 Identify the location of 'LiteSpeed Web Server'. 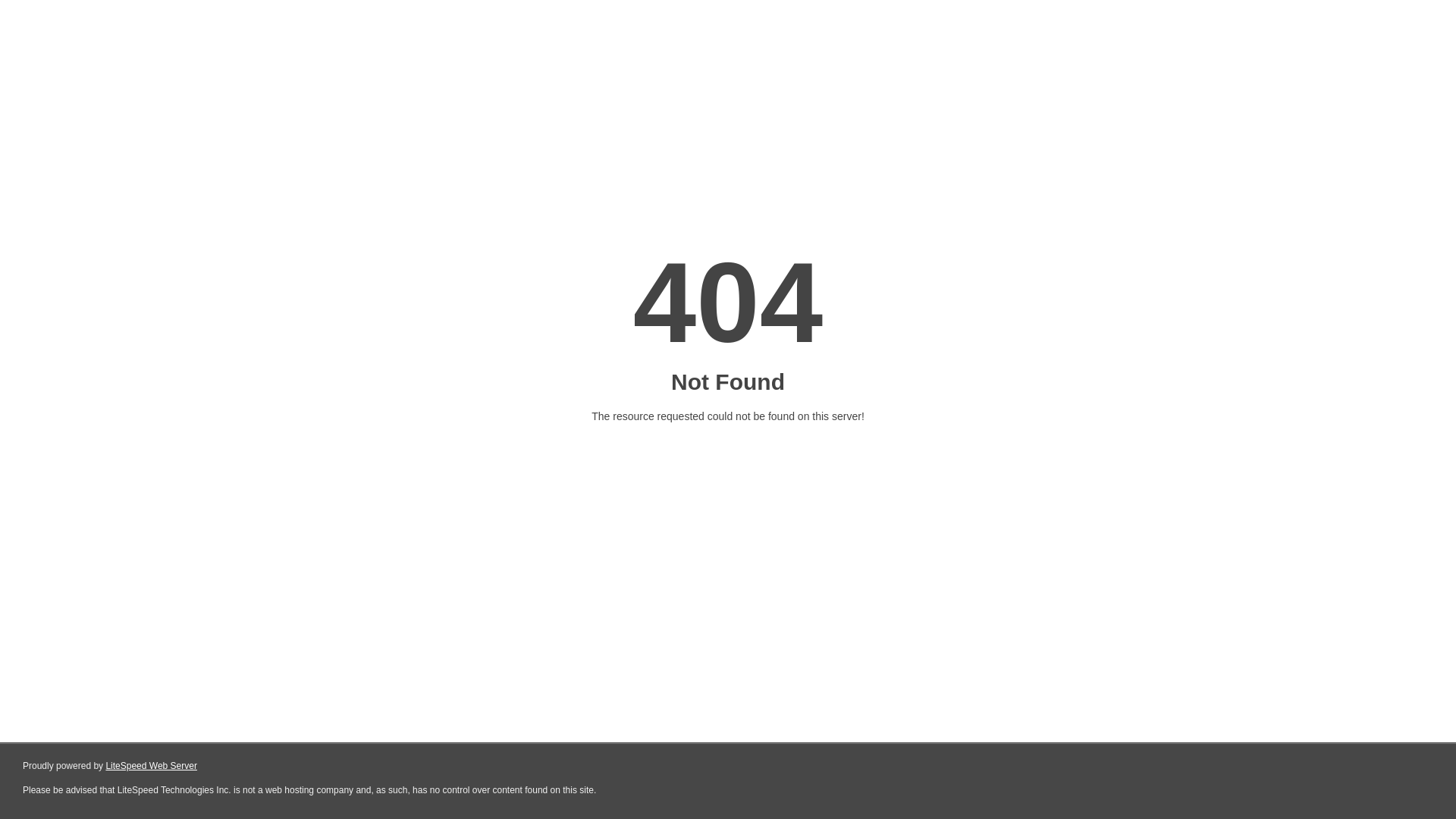
(151, 766).